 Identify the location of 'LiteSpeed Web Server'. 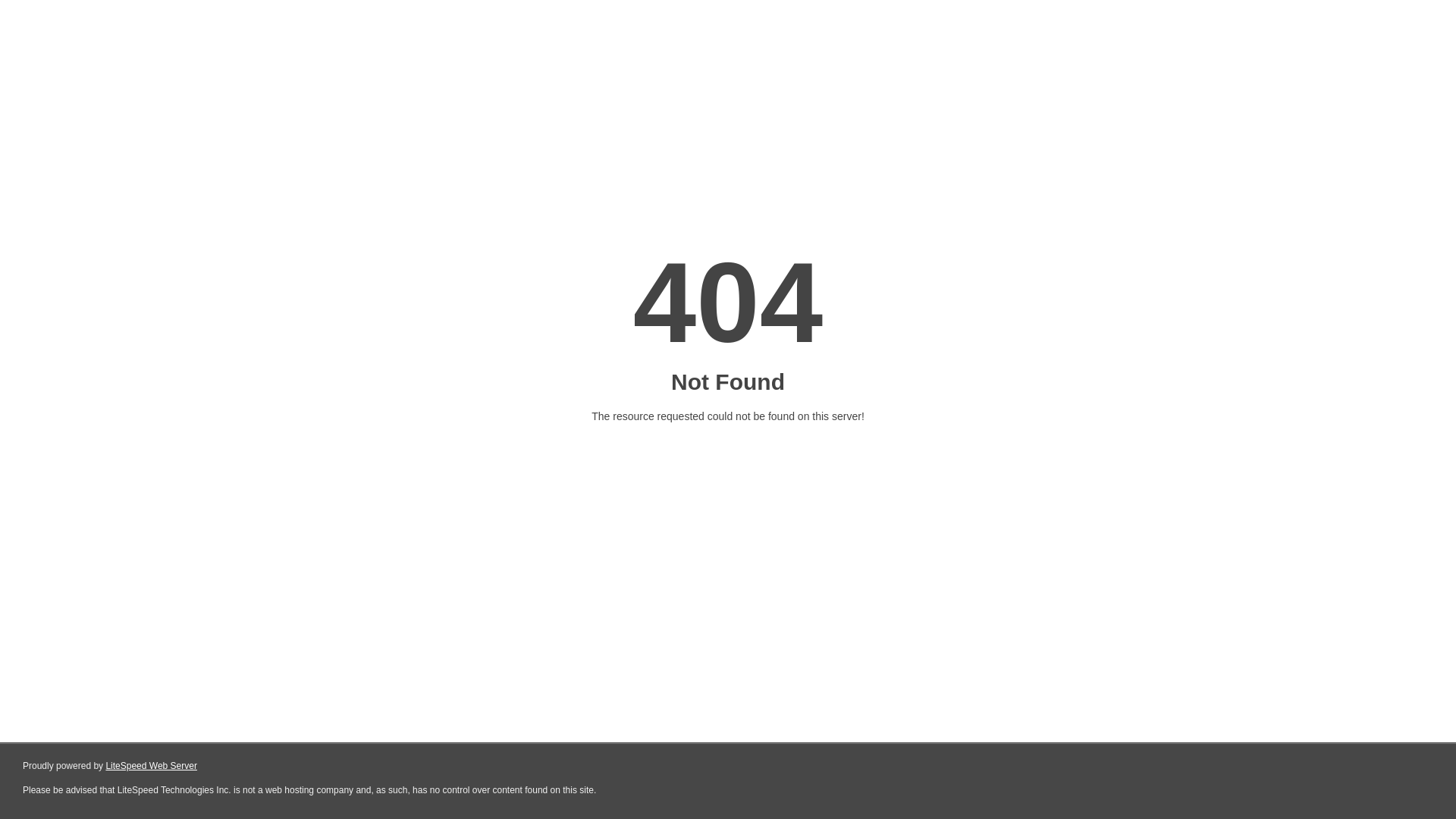
(151, 766).